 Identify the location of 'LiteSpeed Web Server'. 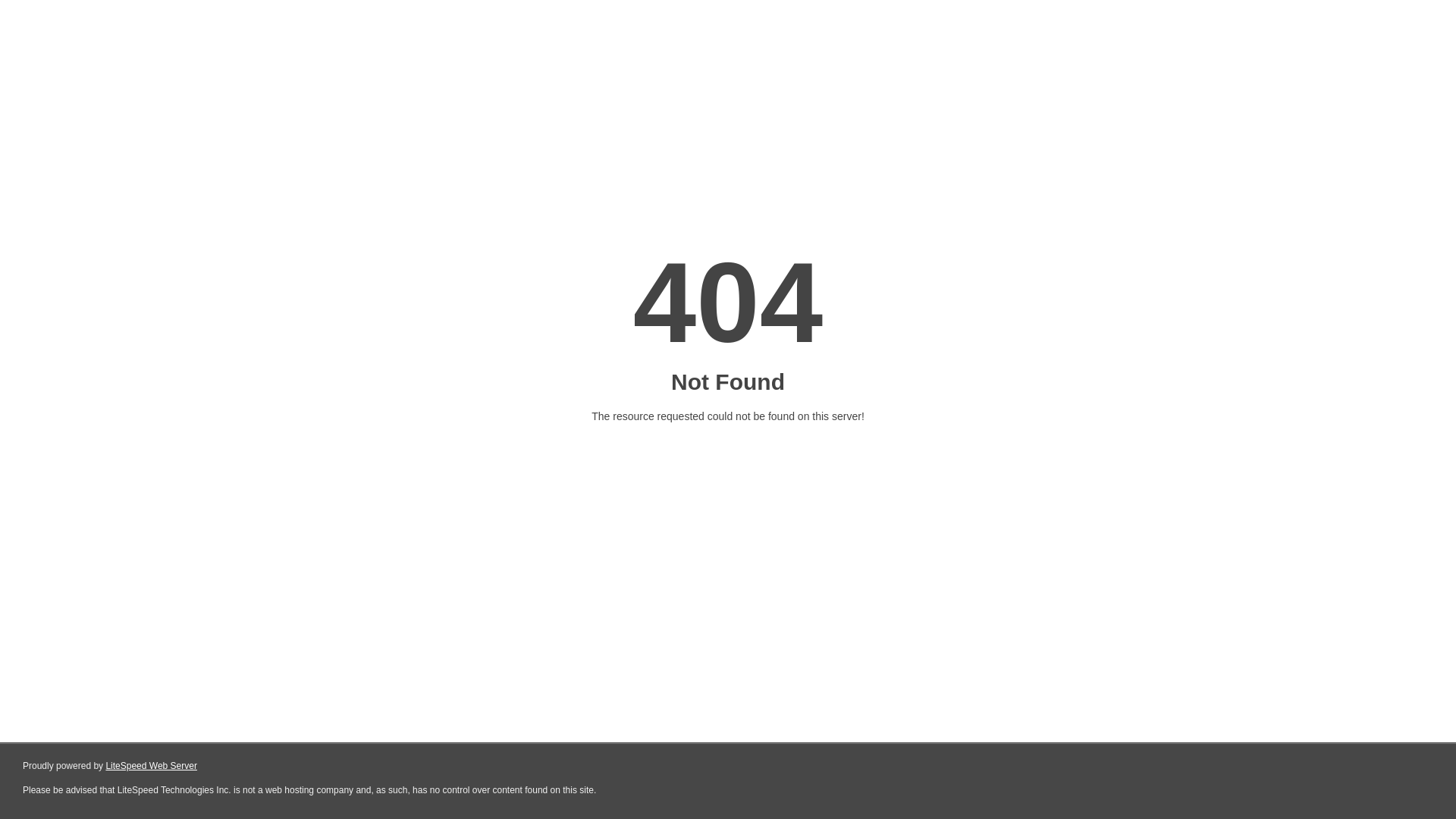
(151, 766).